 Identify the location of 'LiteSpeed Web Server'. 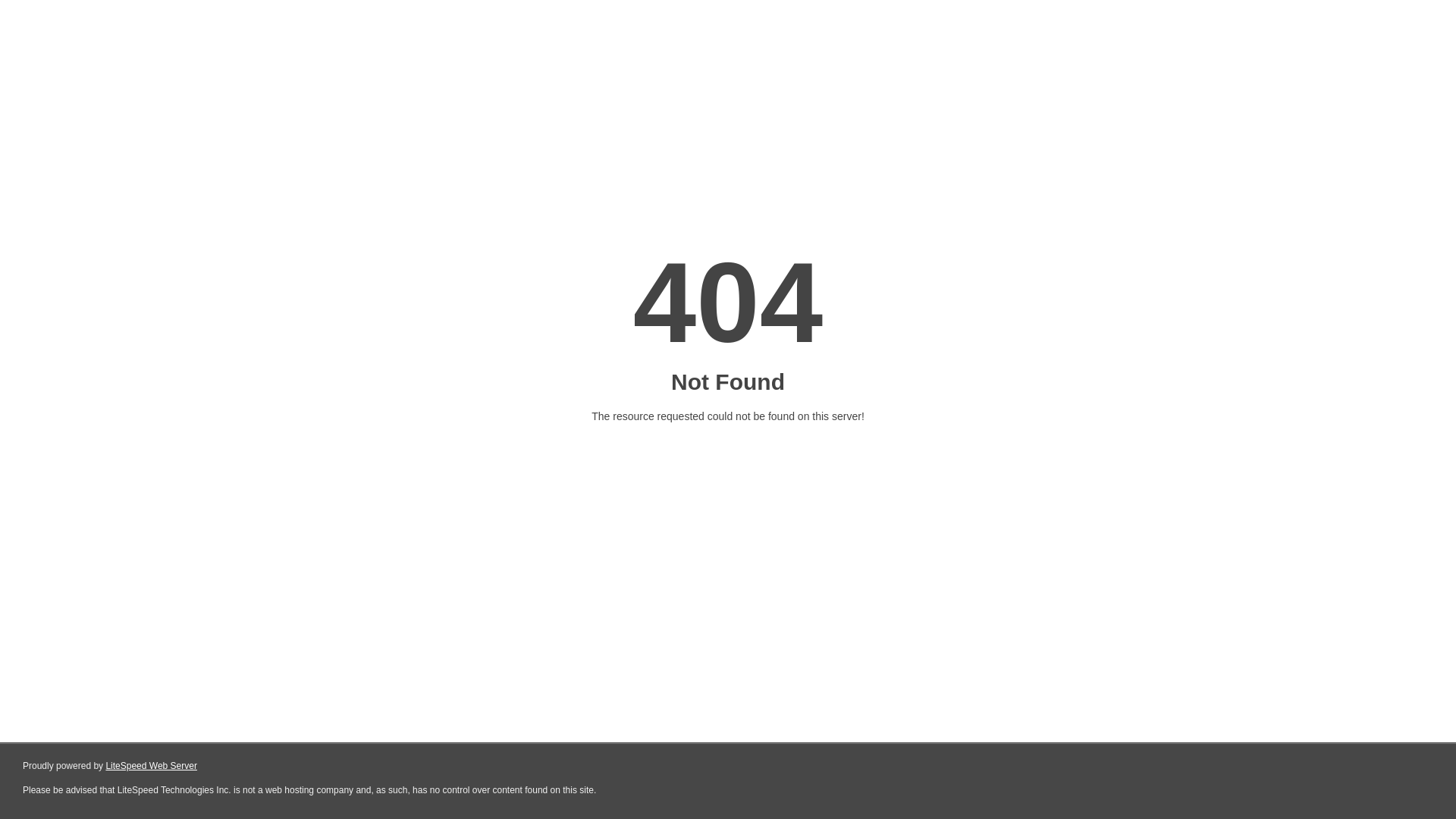
(151, 766).